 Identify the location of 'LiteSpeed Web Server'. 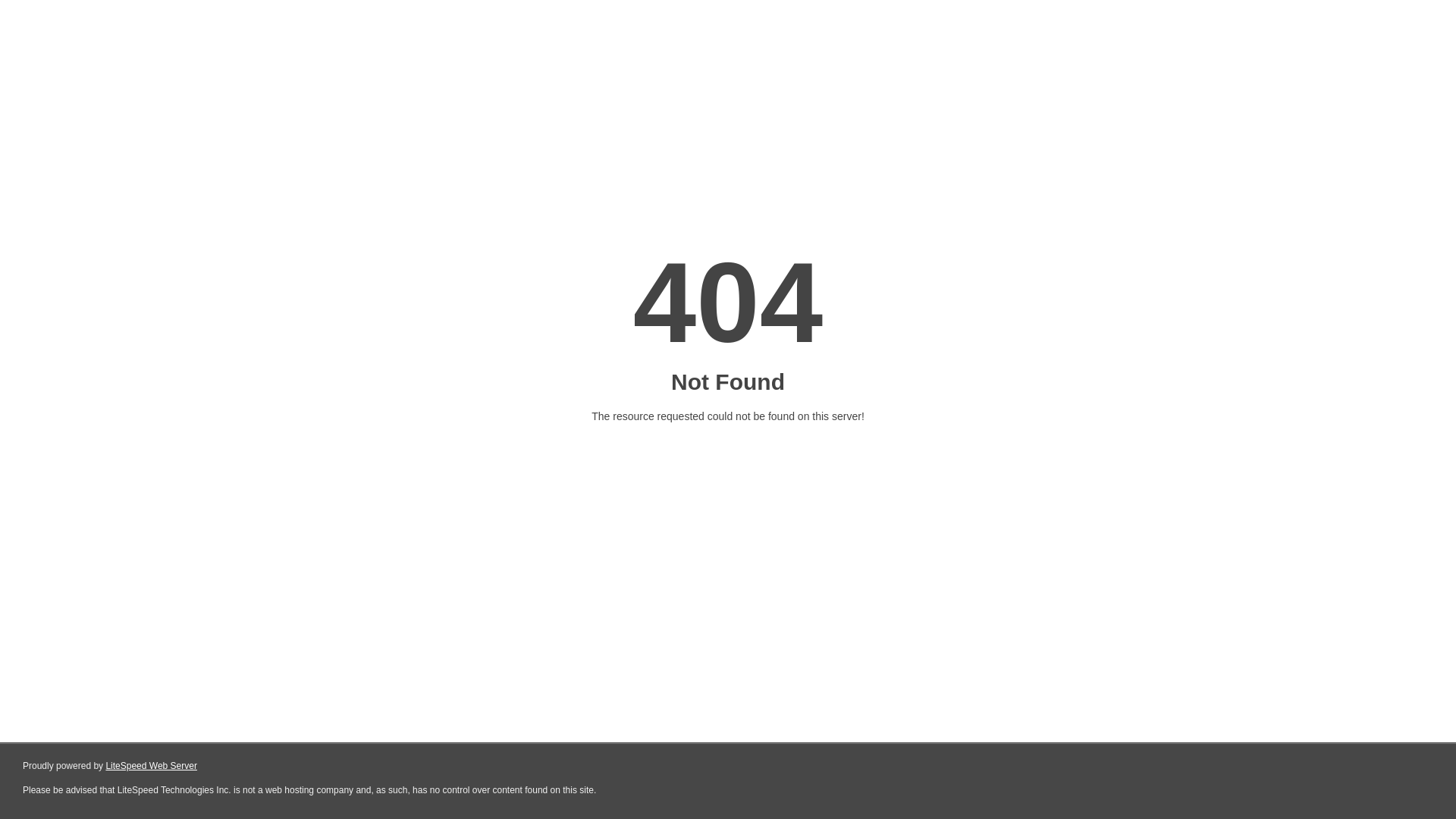
(151, 766).